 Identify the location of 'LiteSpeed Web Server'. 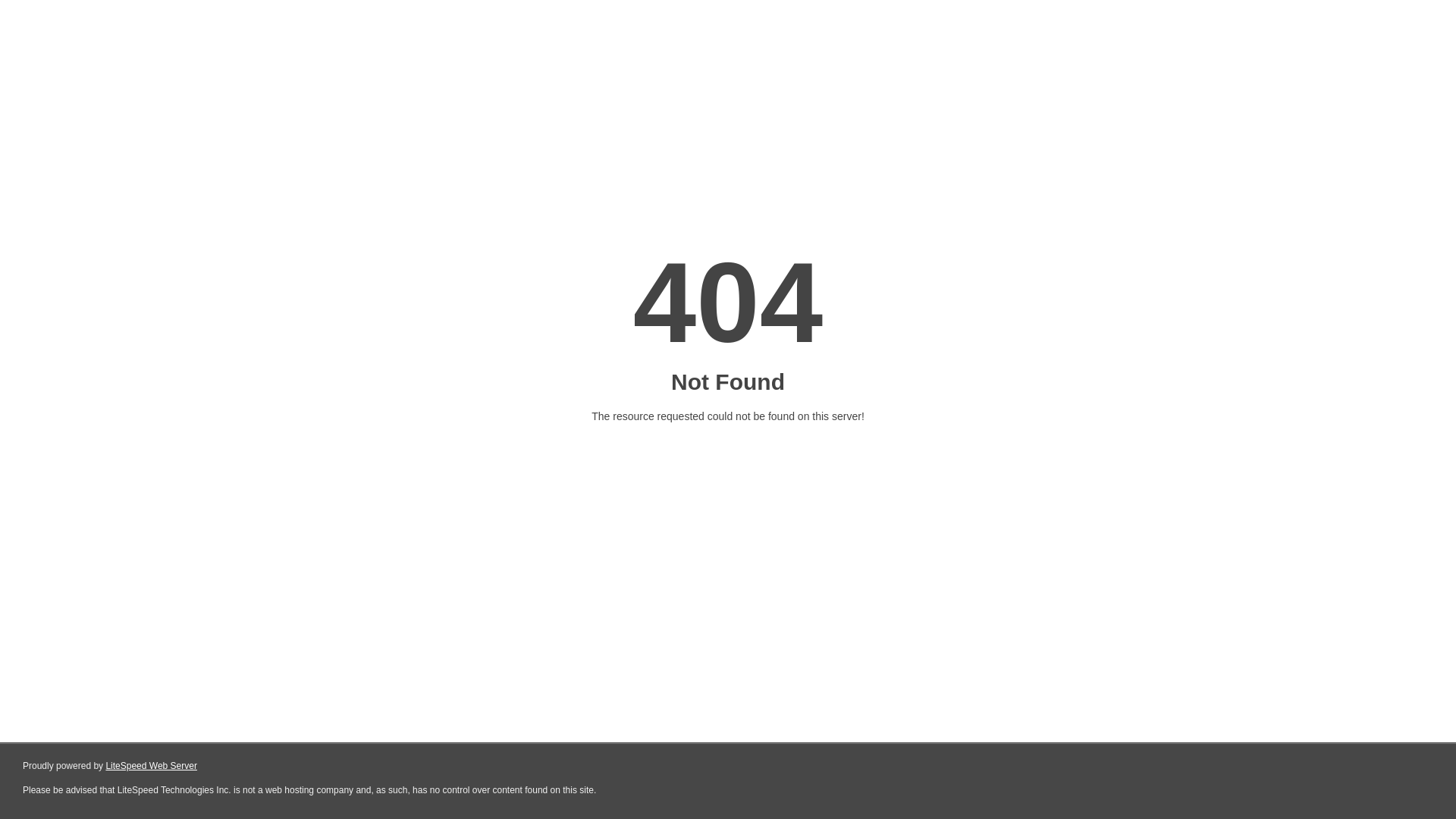
(151, 766).